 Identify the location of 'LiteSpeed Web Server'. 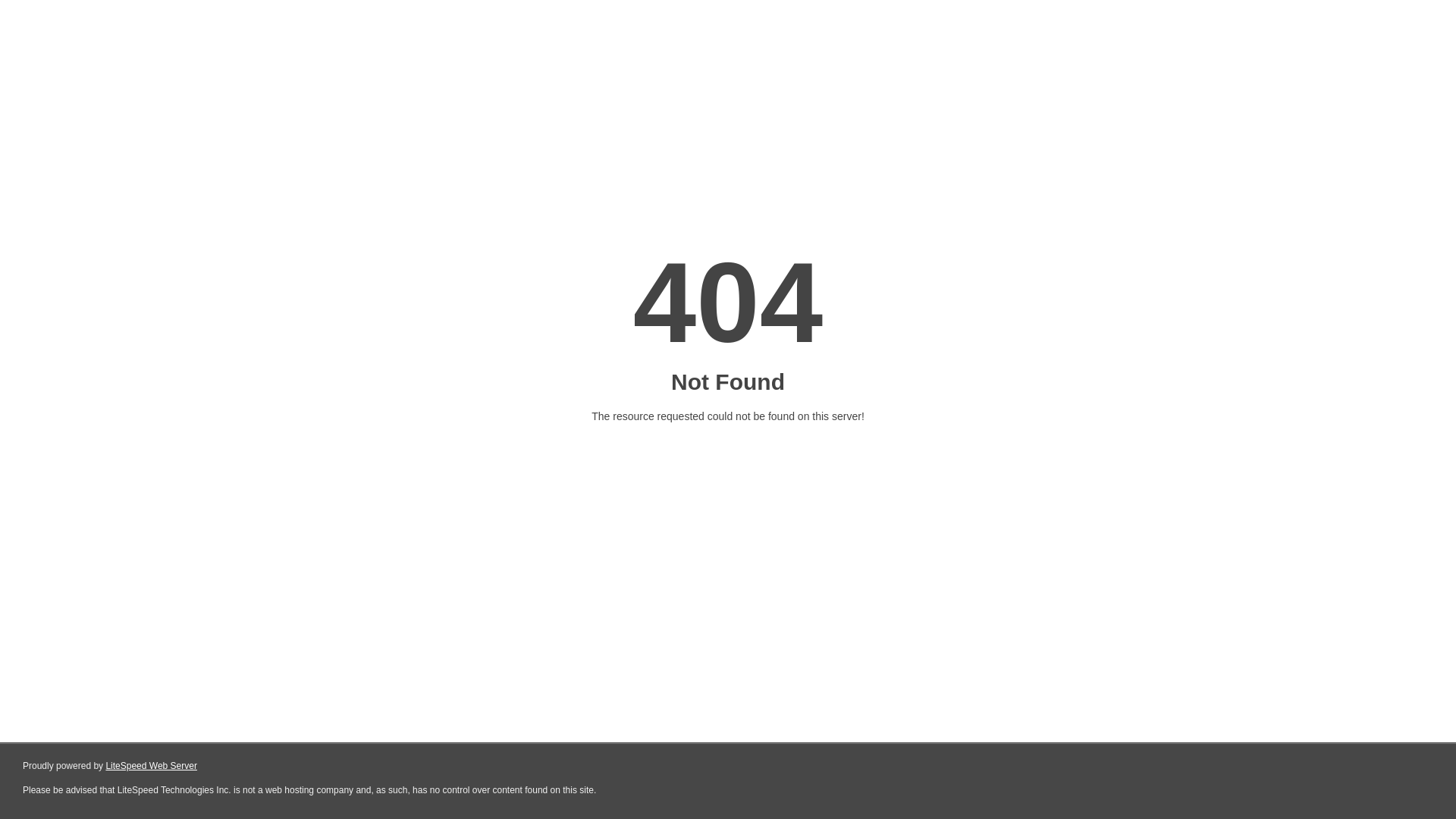
(151, 766).